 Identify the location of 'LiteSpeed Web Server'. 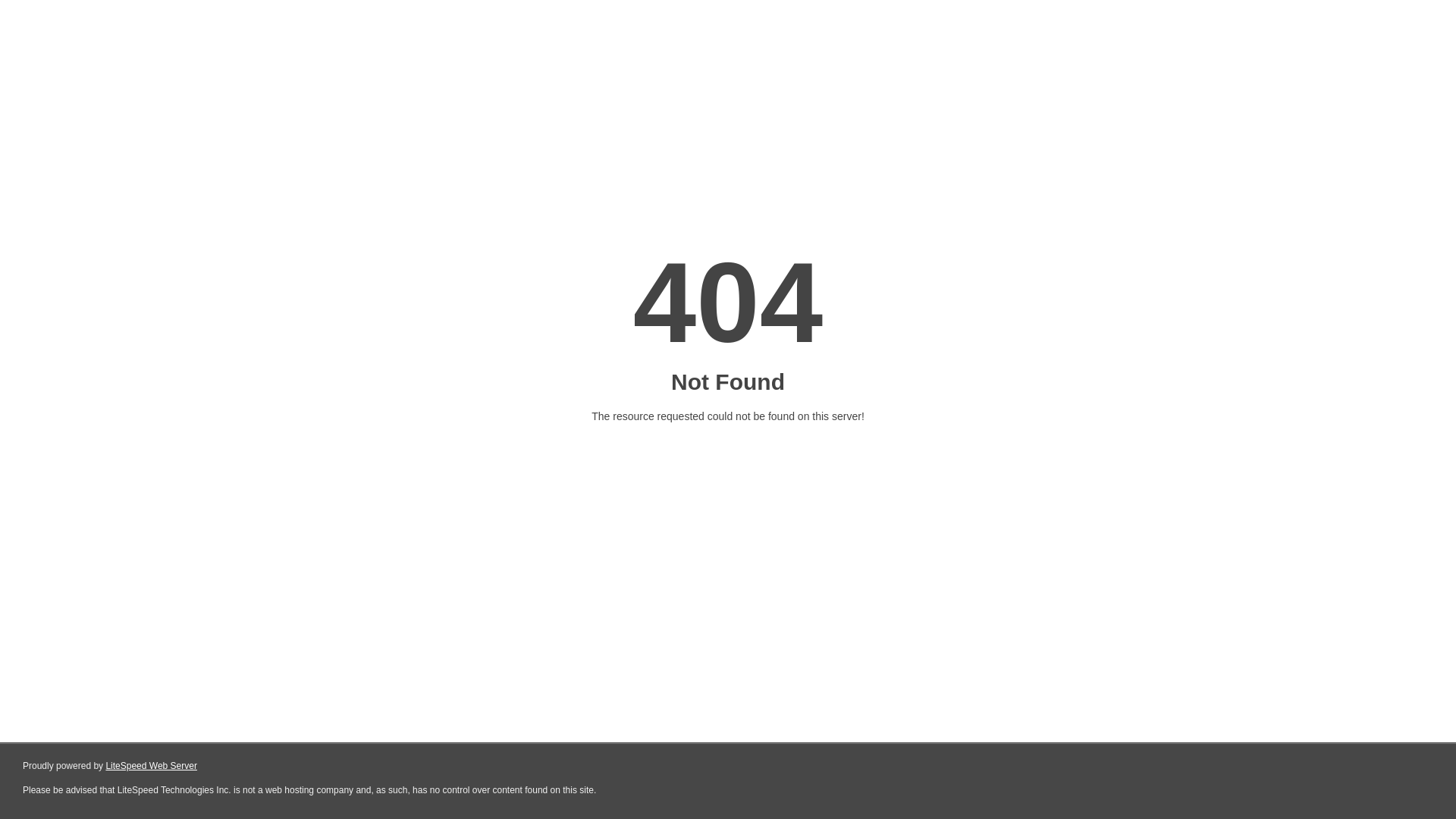
(151, 766).